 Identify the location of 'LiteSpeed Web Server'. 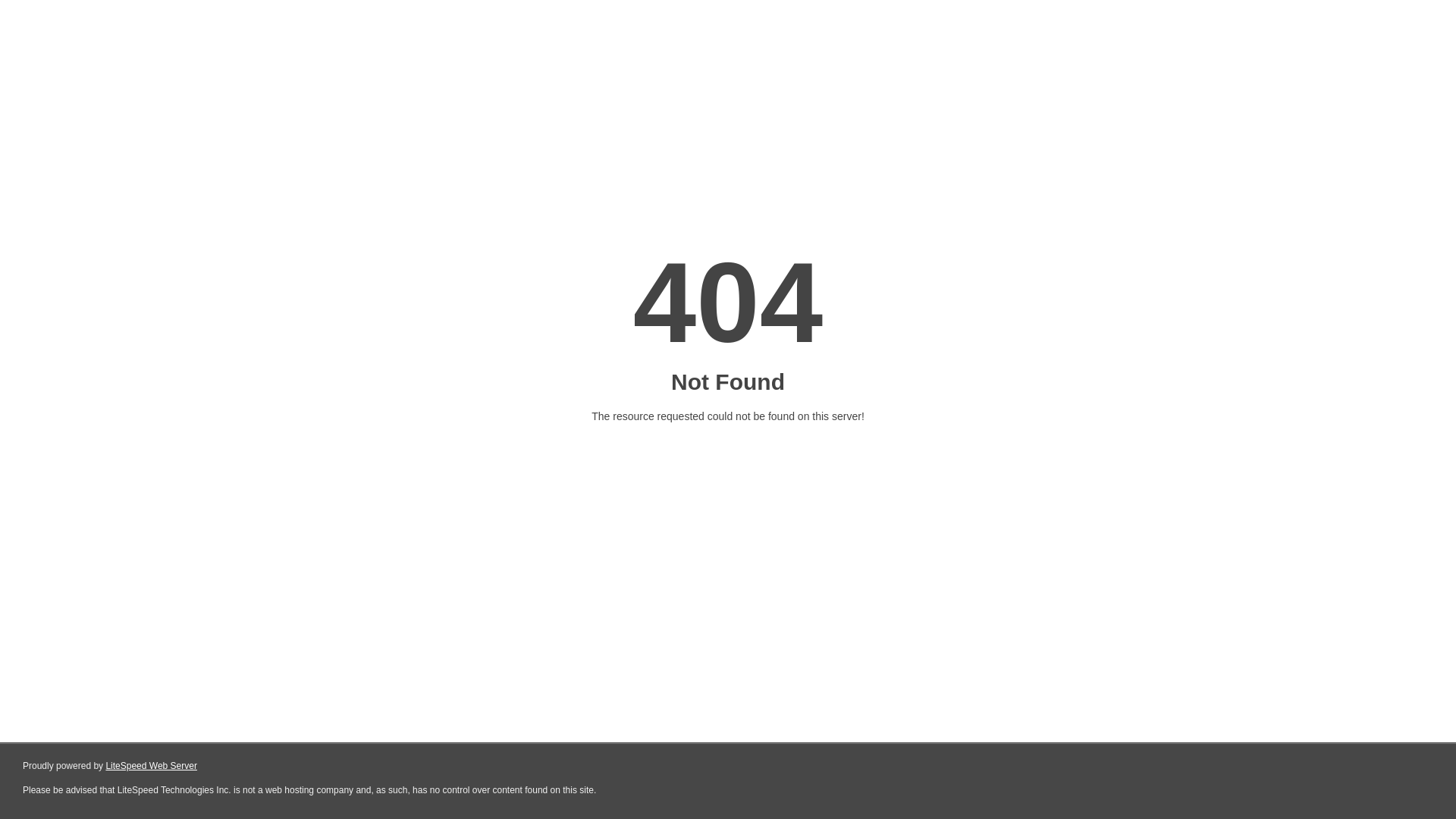
(151, 766).